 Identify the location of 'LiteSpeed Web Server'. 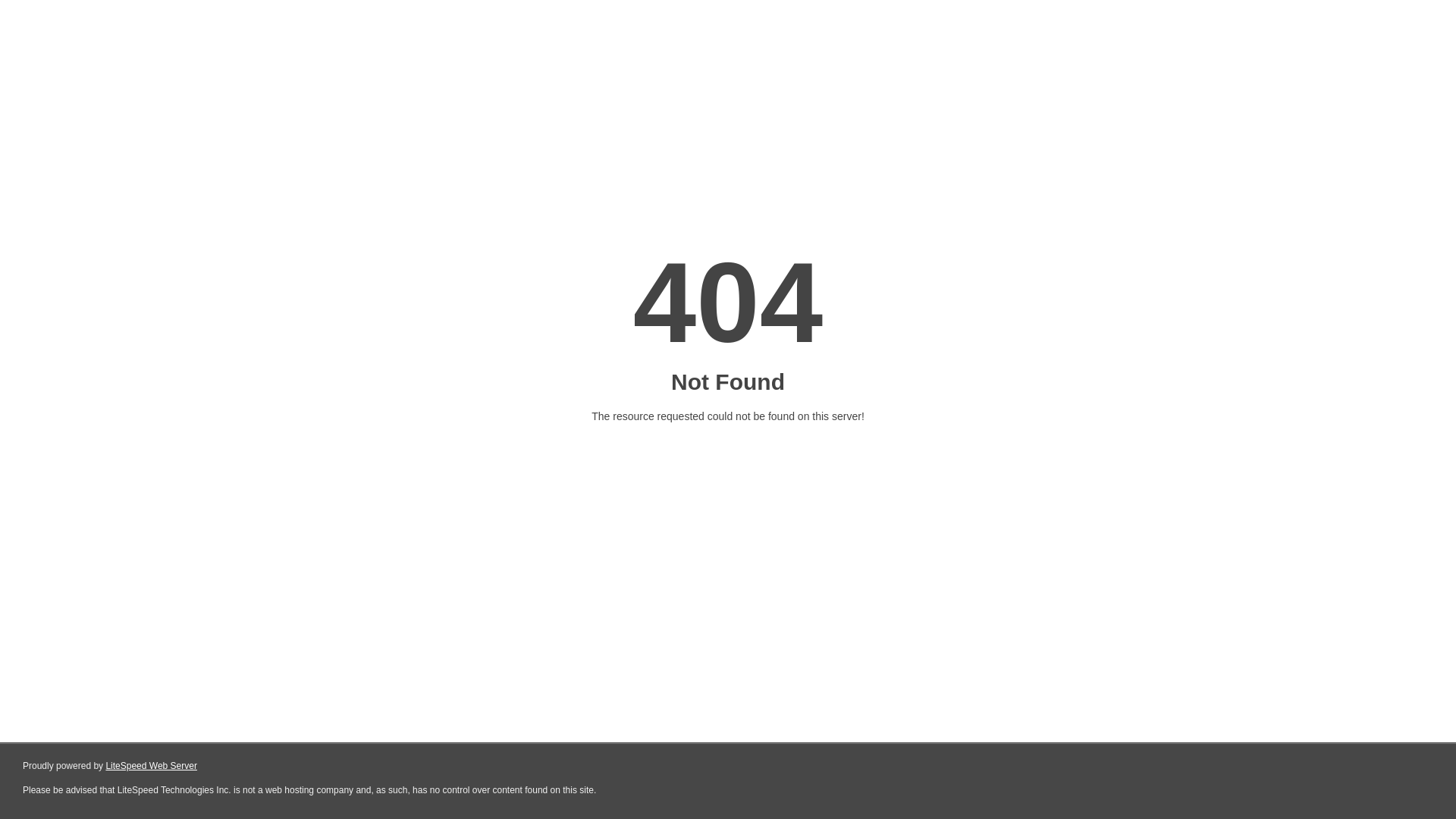
(151, 766).